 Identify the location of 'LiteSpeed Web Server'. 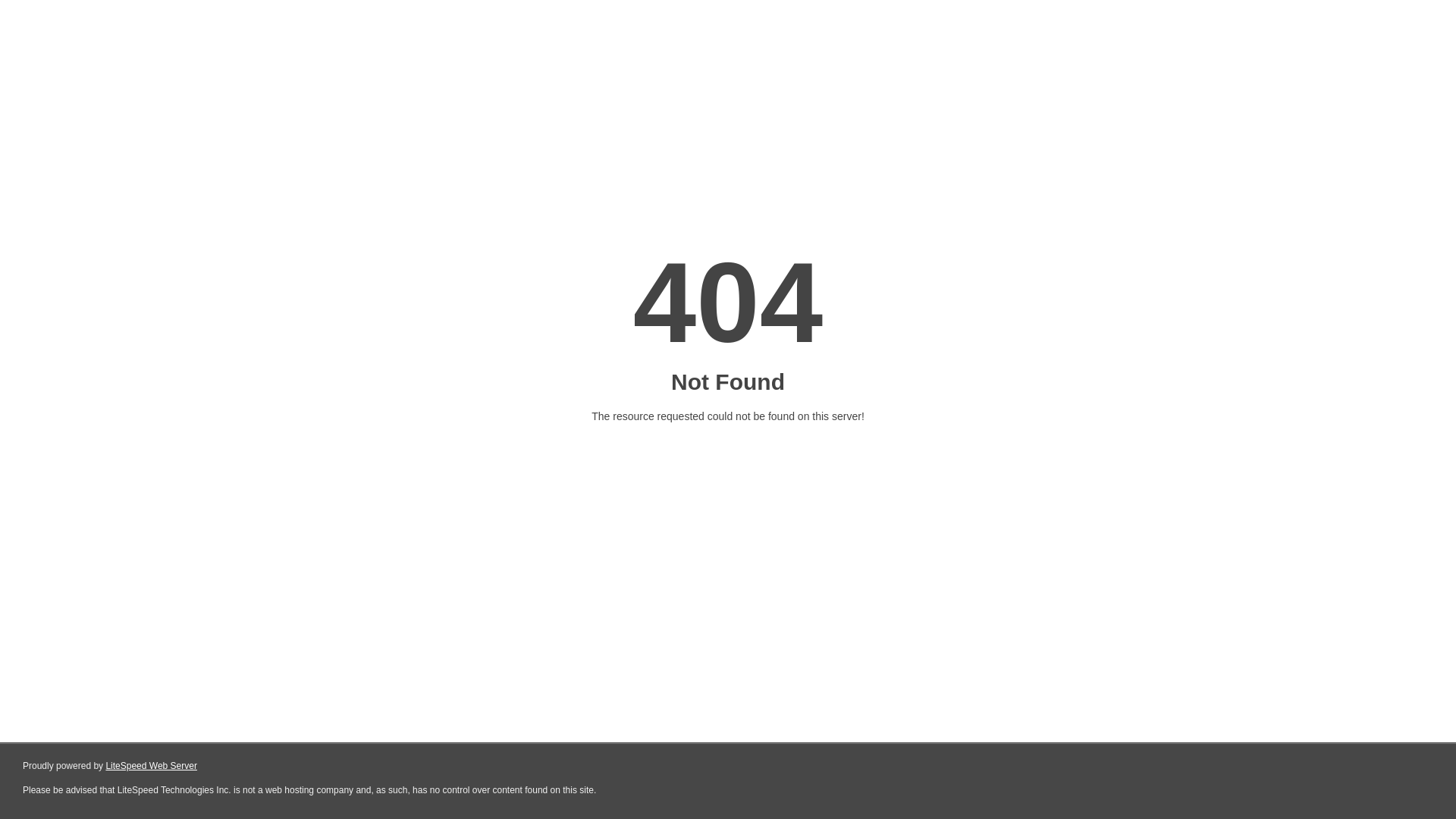
(151, 766).